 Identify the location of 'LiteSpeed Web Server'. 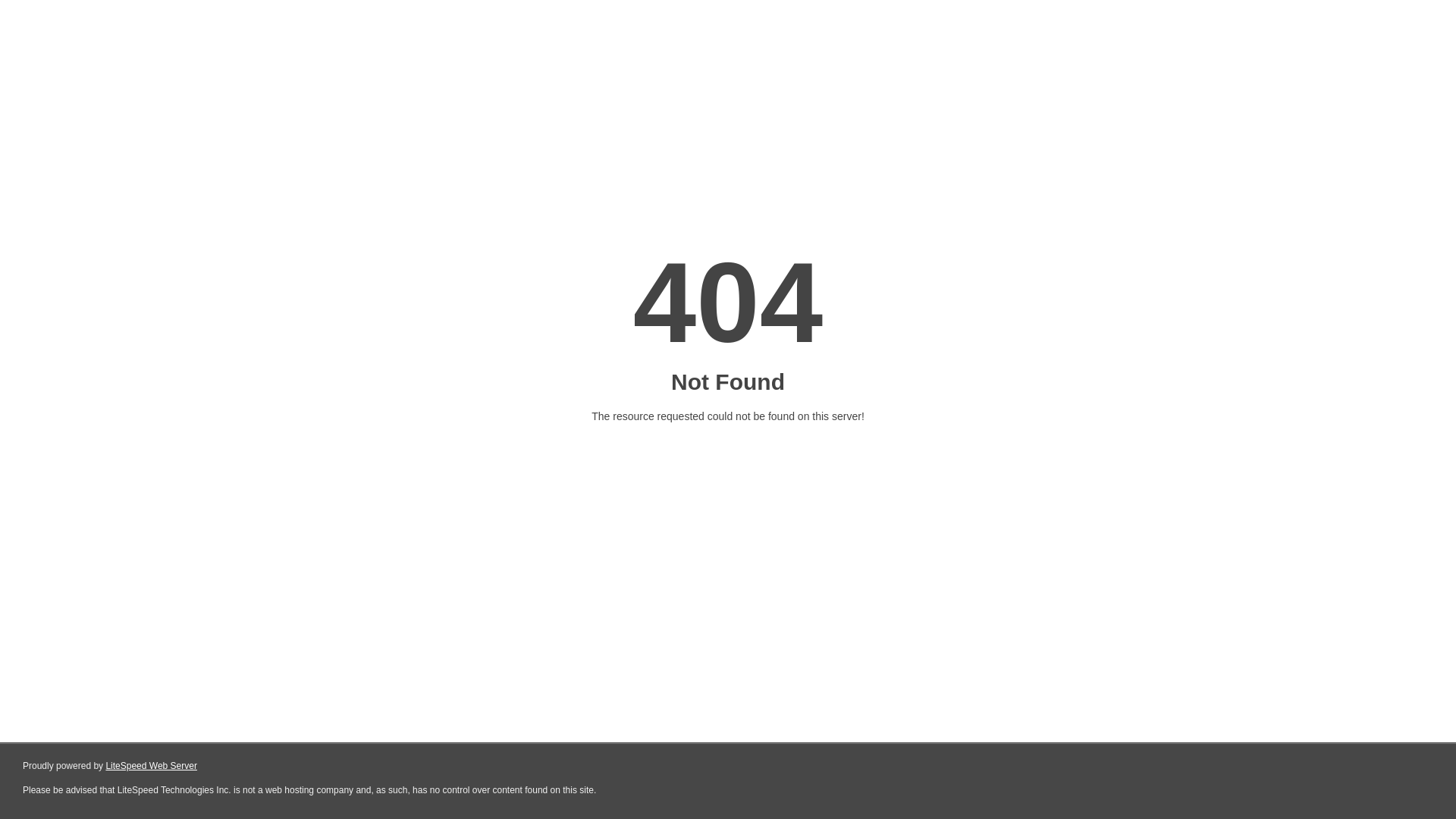
(151, 766).